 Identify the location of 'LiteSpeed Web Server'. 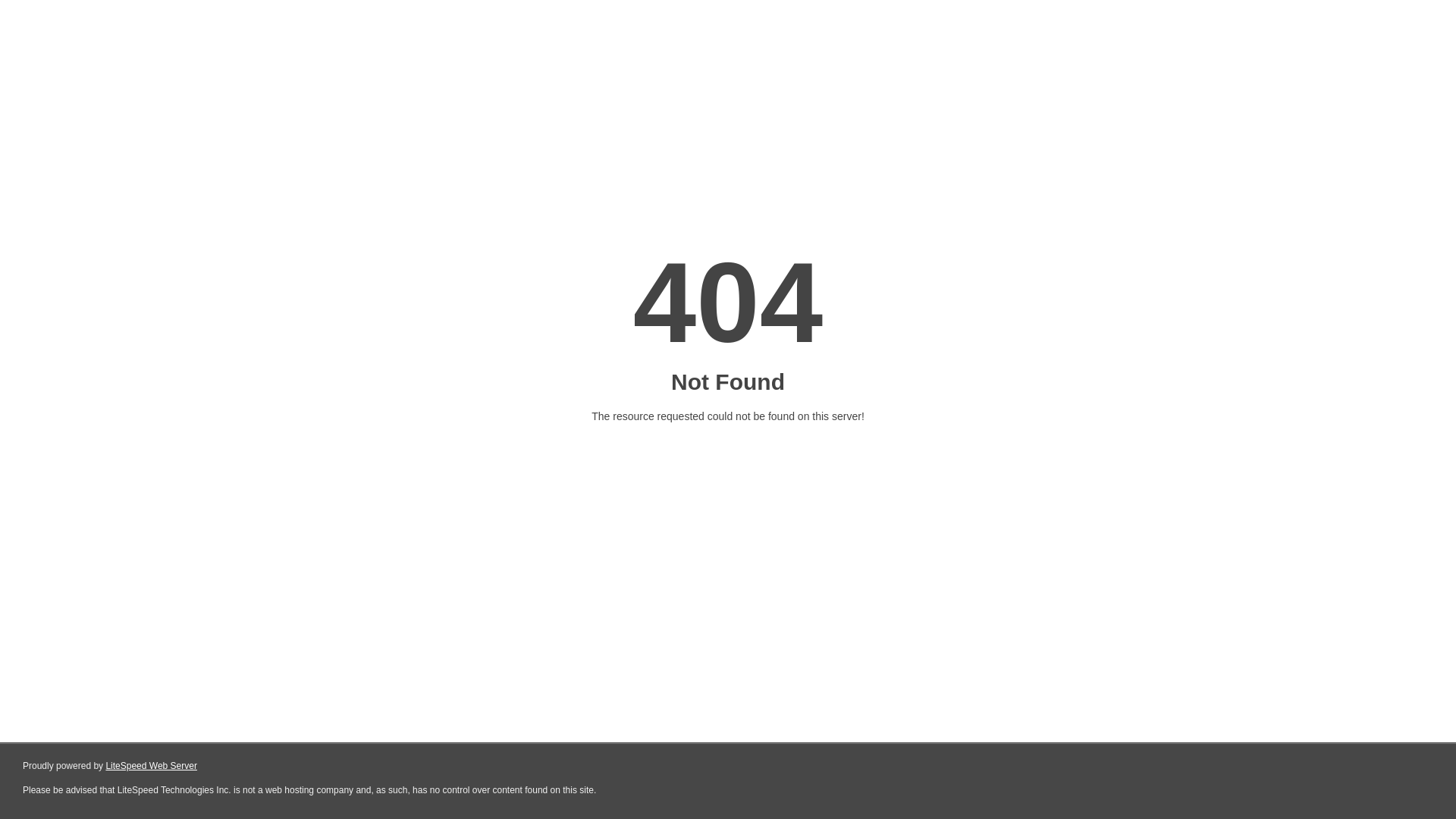
(151, 766).